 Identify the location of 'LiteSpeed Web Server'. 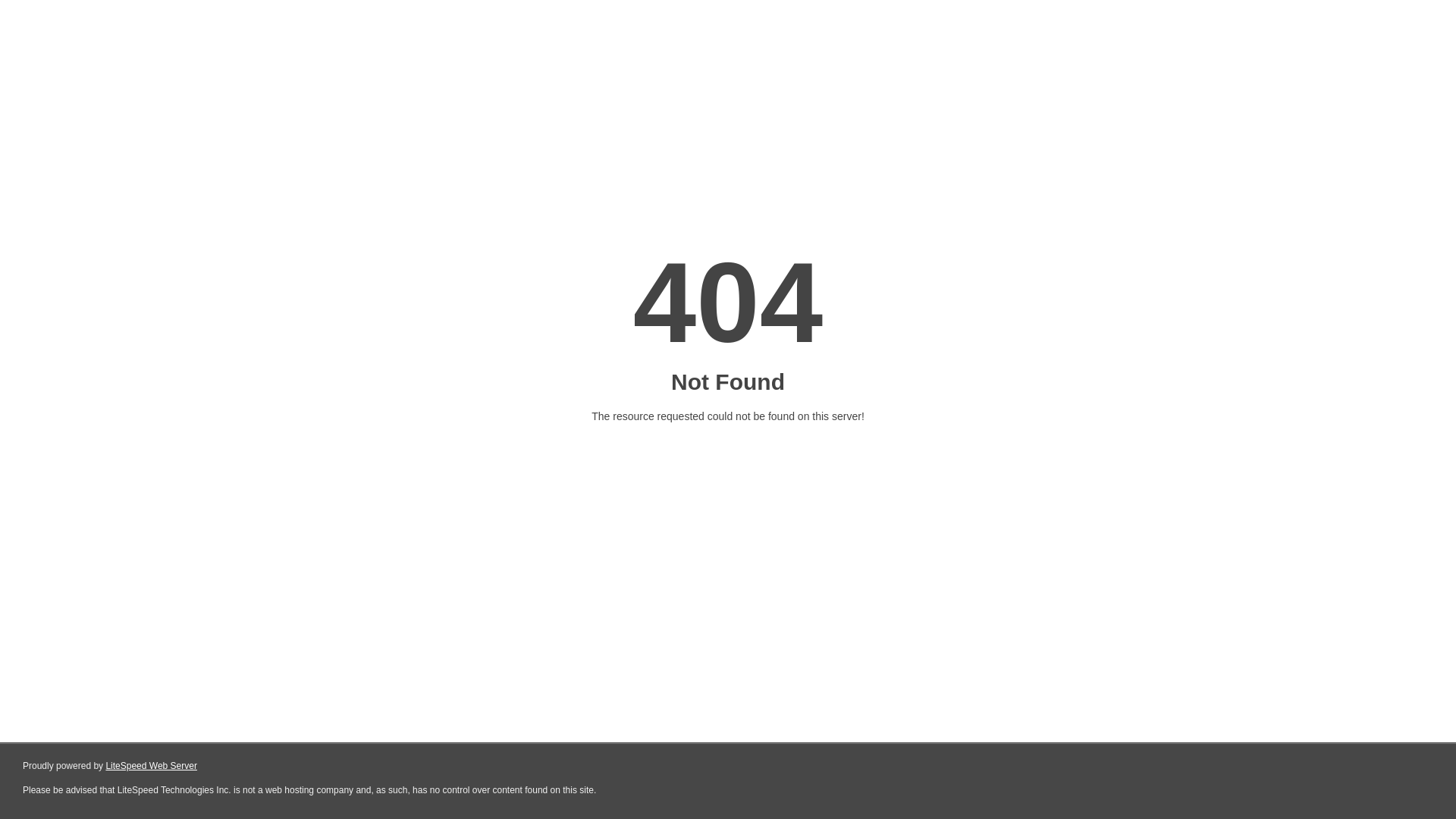
(151, 766).